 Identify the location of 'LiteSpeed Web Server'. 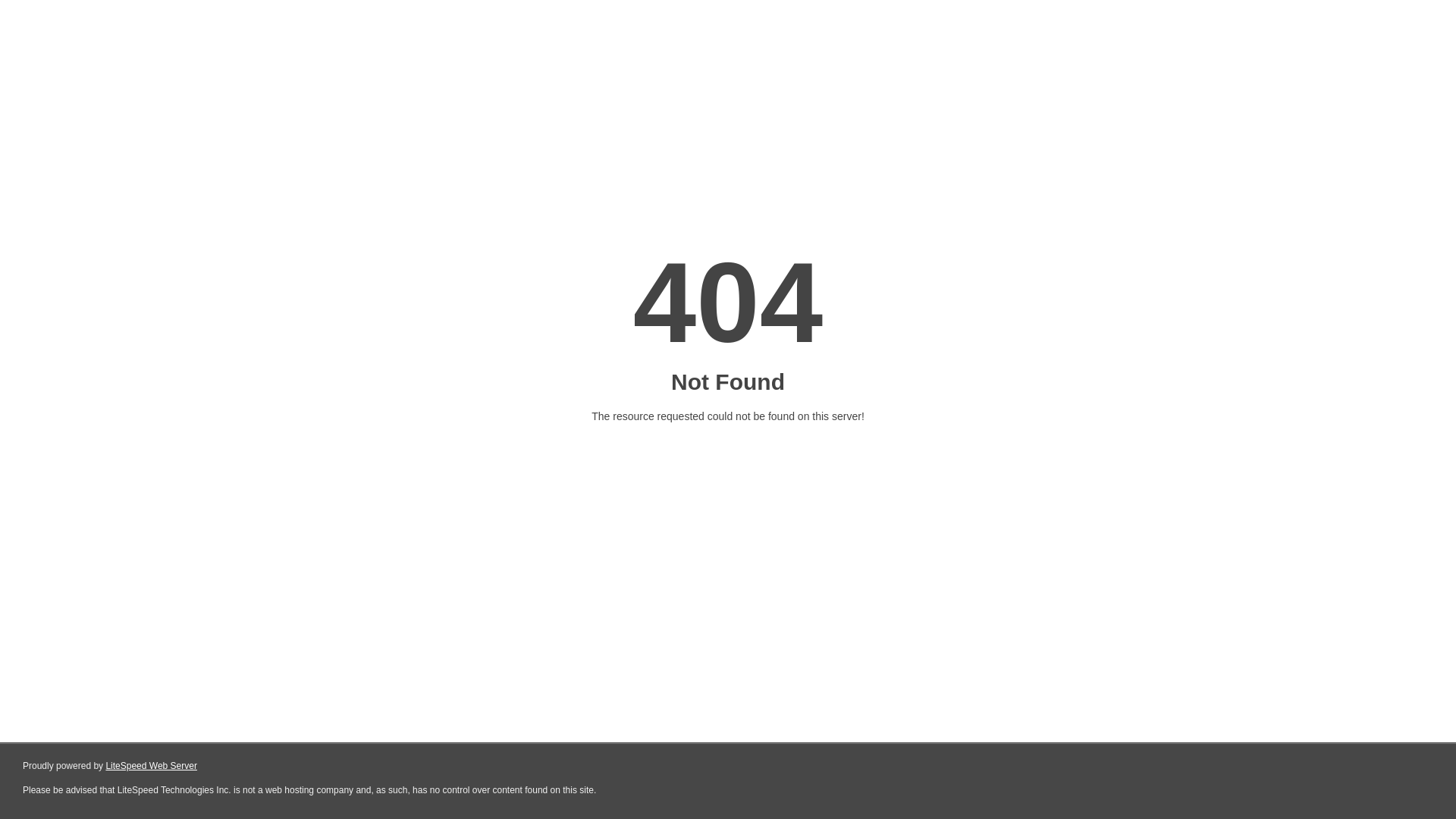
(151, 766).